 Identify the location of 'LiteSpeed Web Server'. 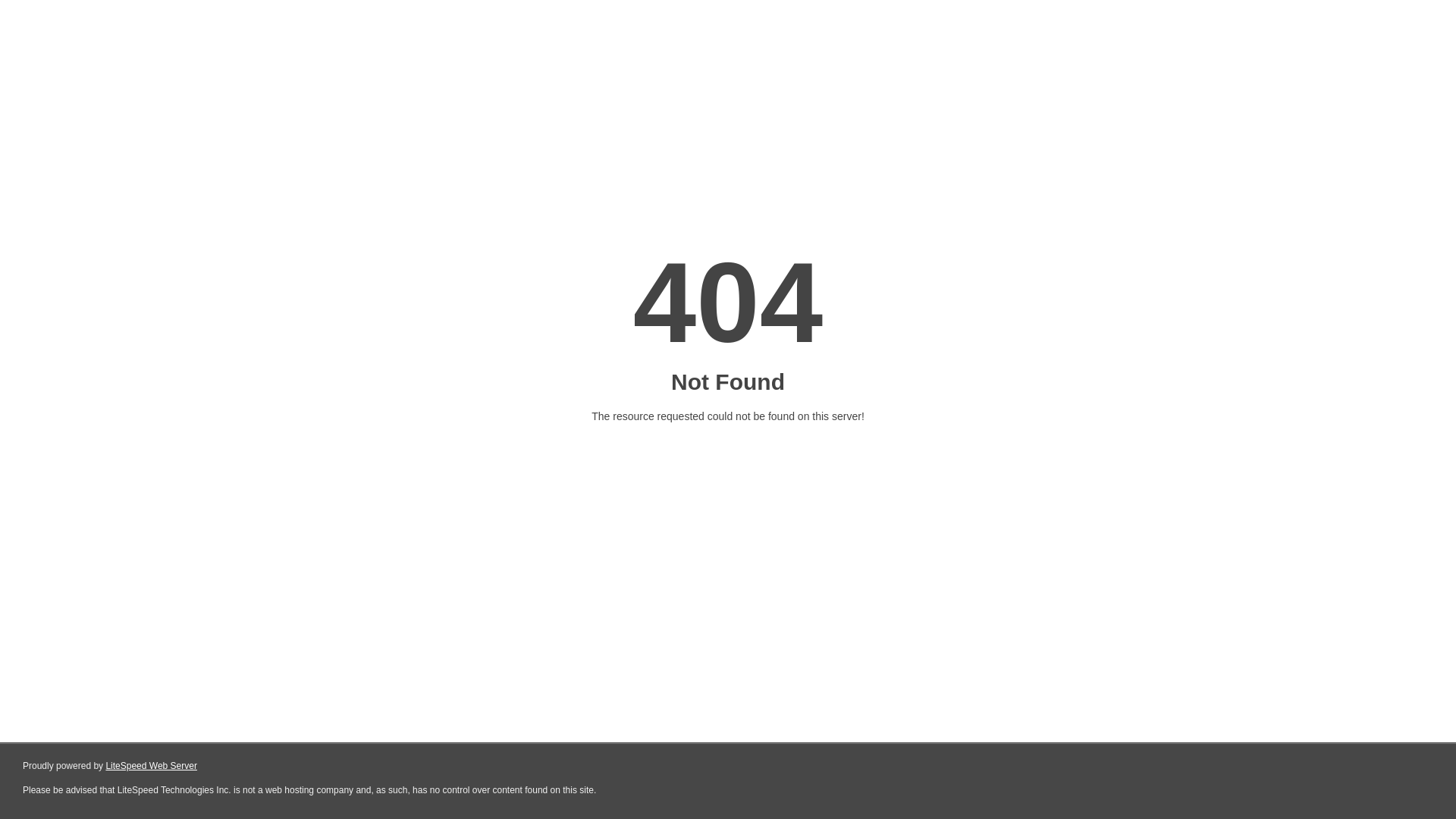
(151, 766).